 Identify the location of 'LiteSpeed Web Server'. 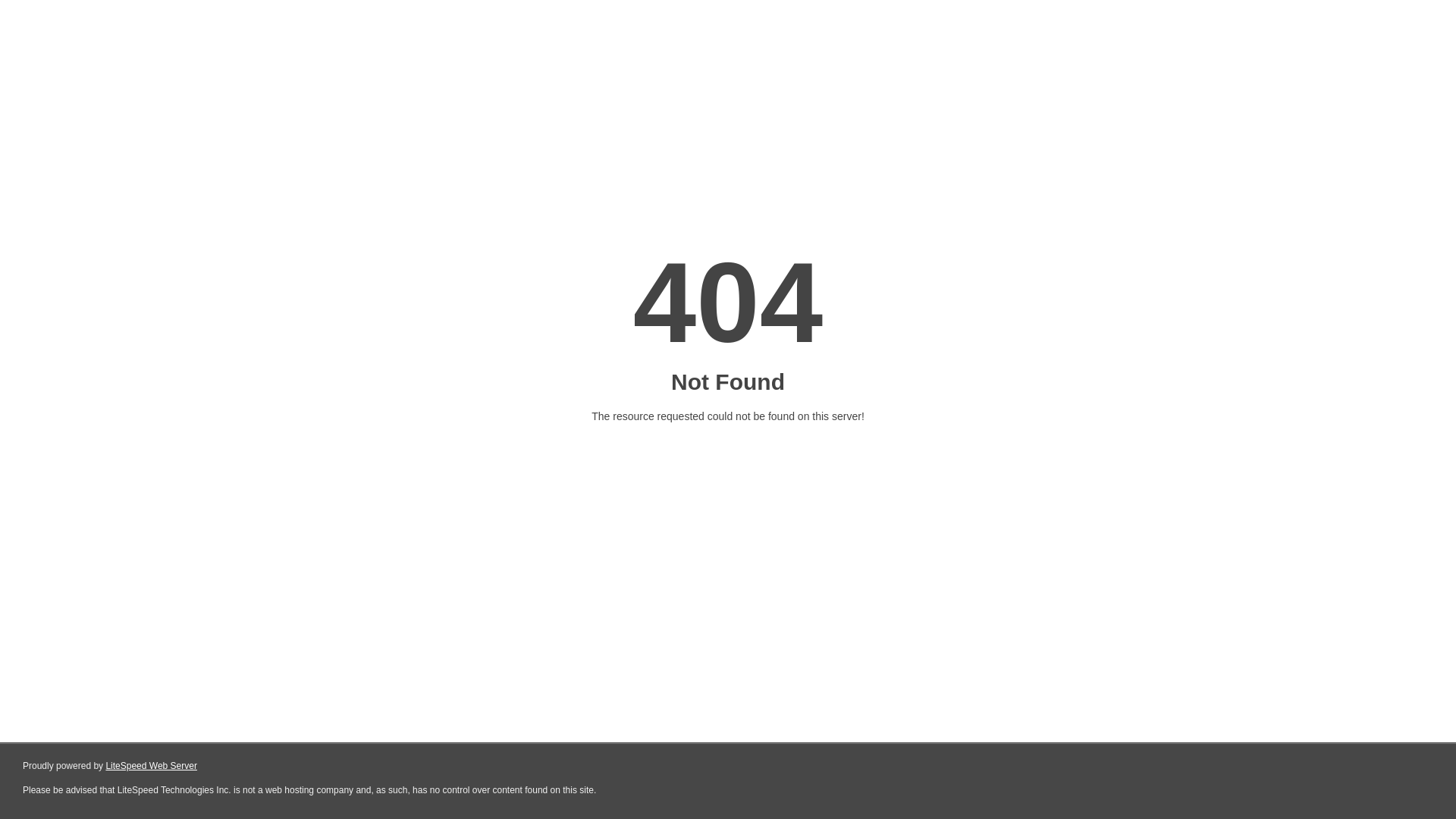
(151, 766).